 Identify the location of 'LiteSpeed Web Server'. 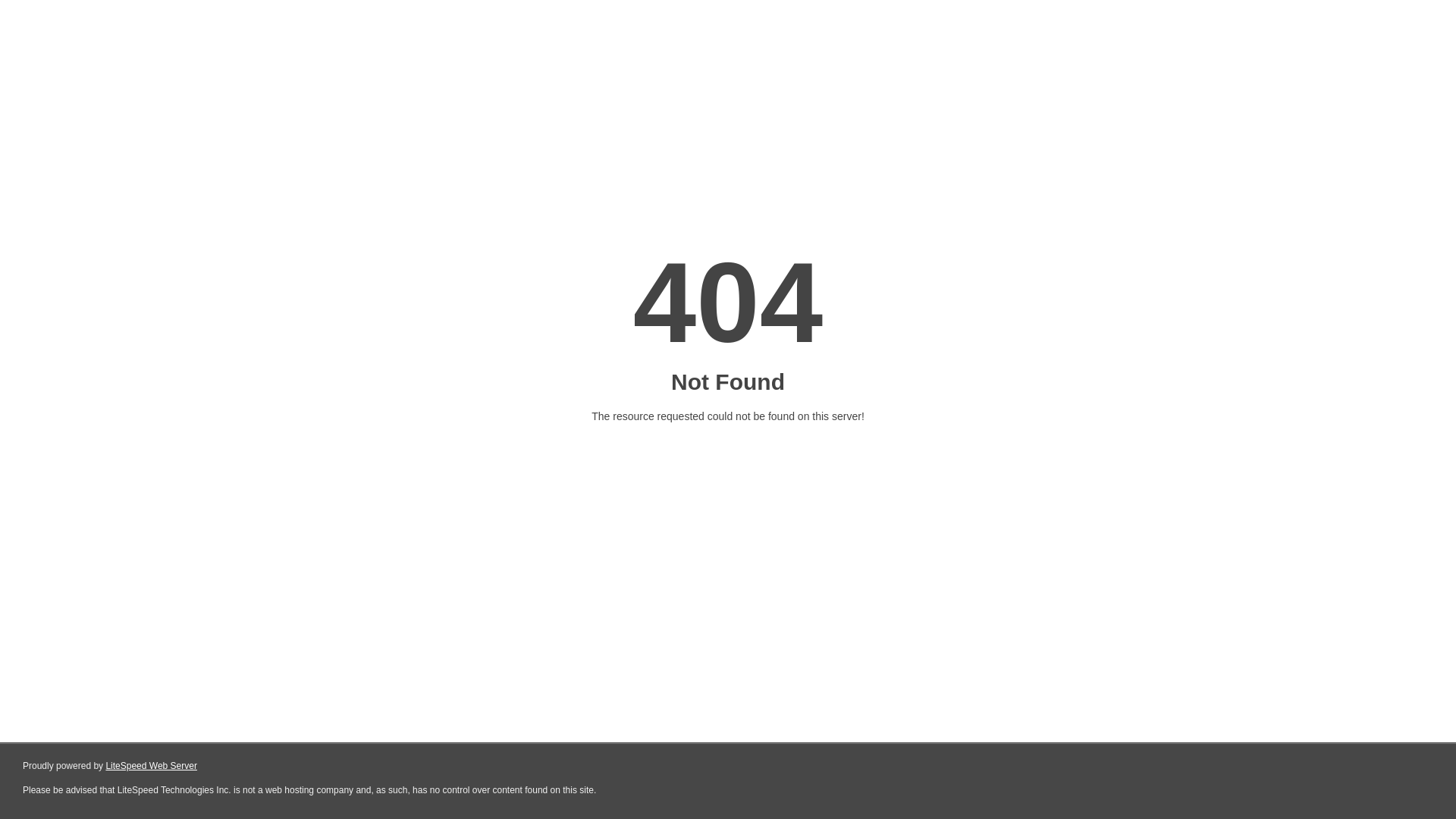
(151, 766).